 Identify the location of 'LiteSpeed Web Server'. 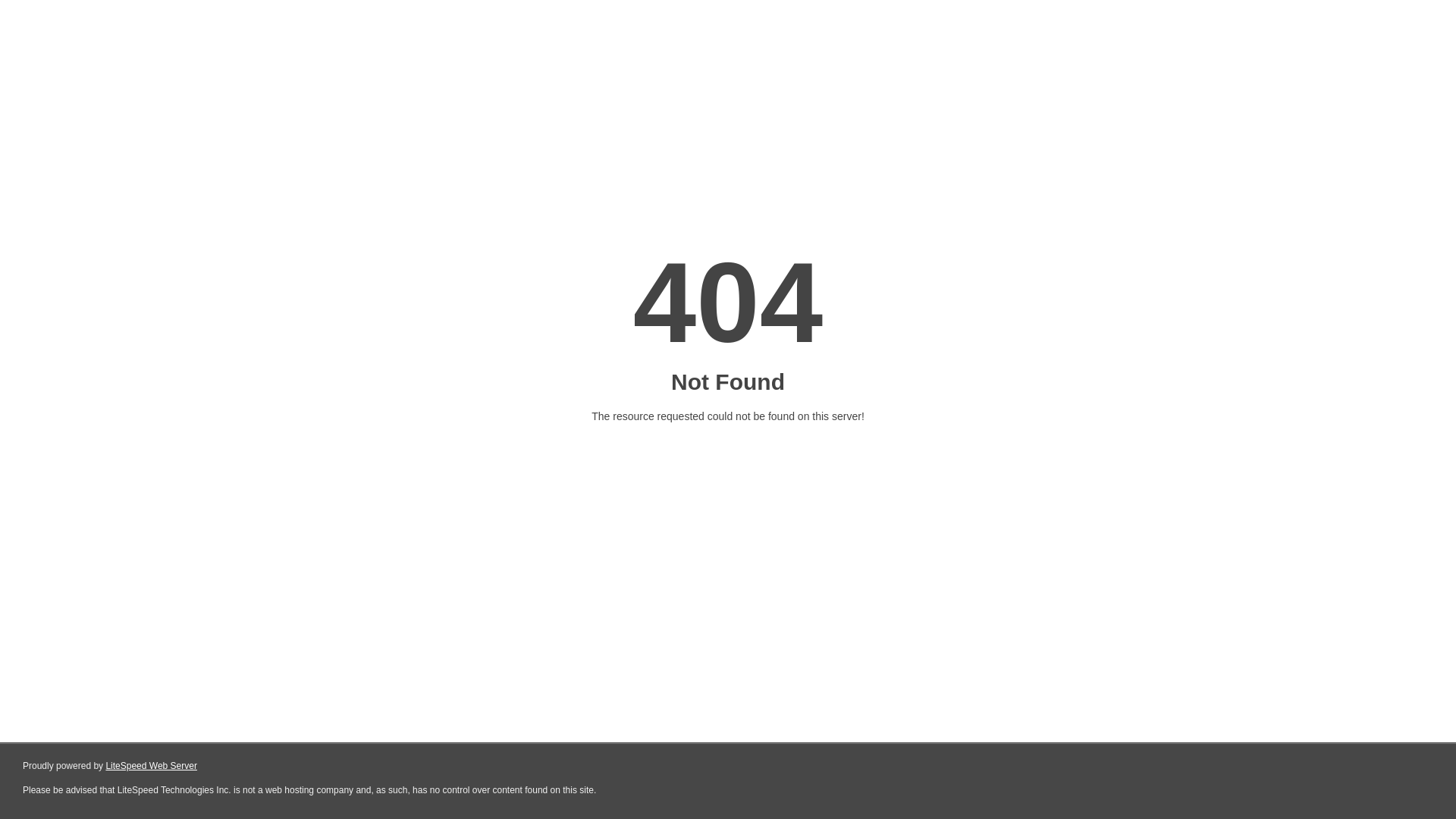
(151, 766).